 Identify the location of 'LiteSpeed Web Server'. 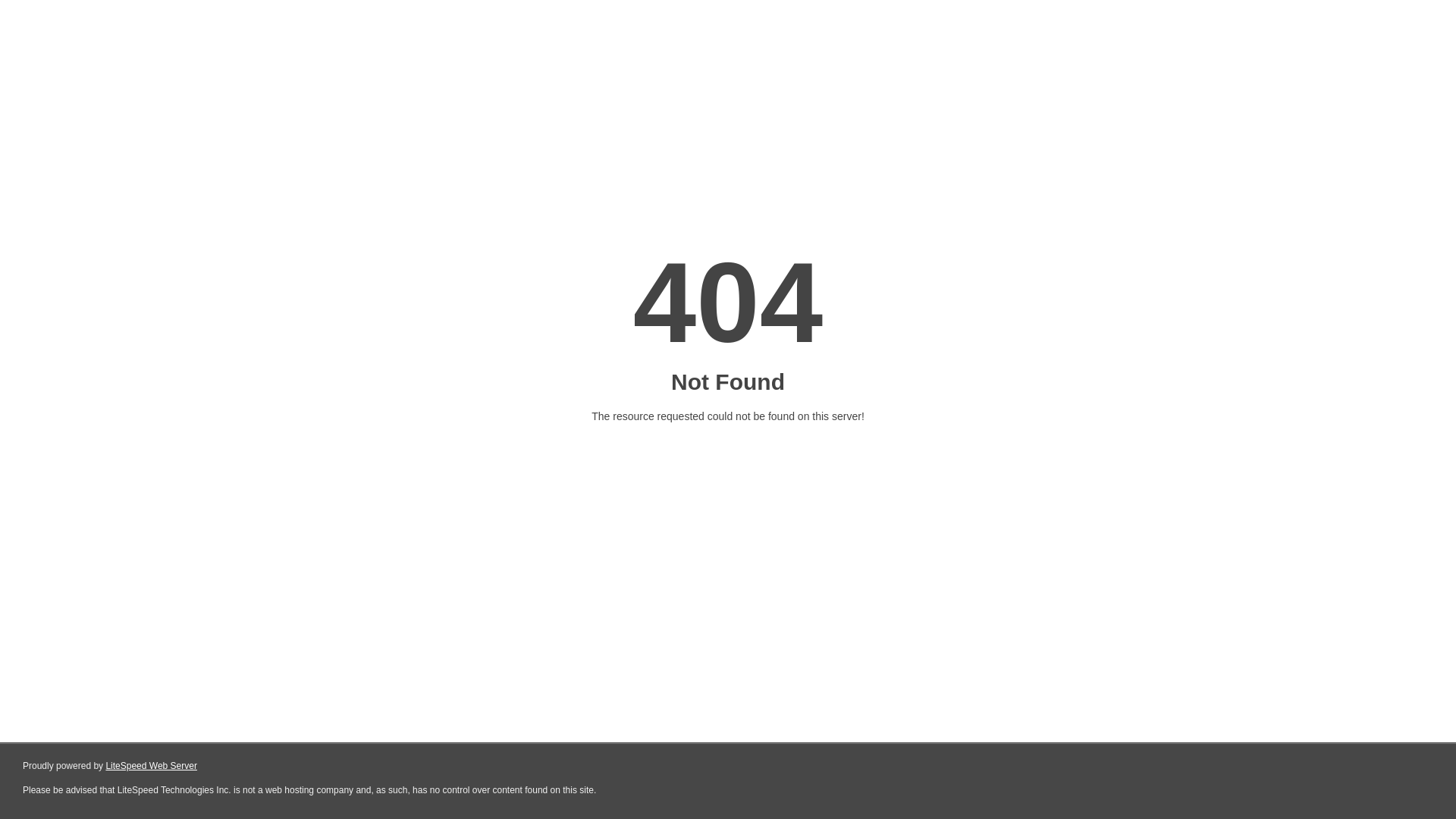
(151, 766).